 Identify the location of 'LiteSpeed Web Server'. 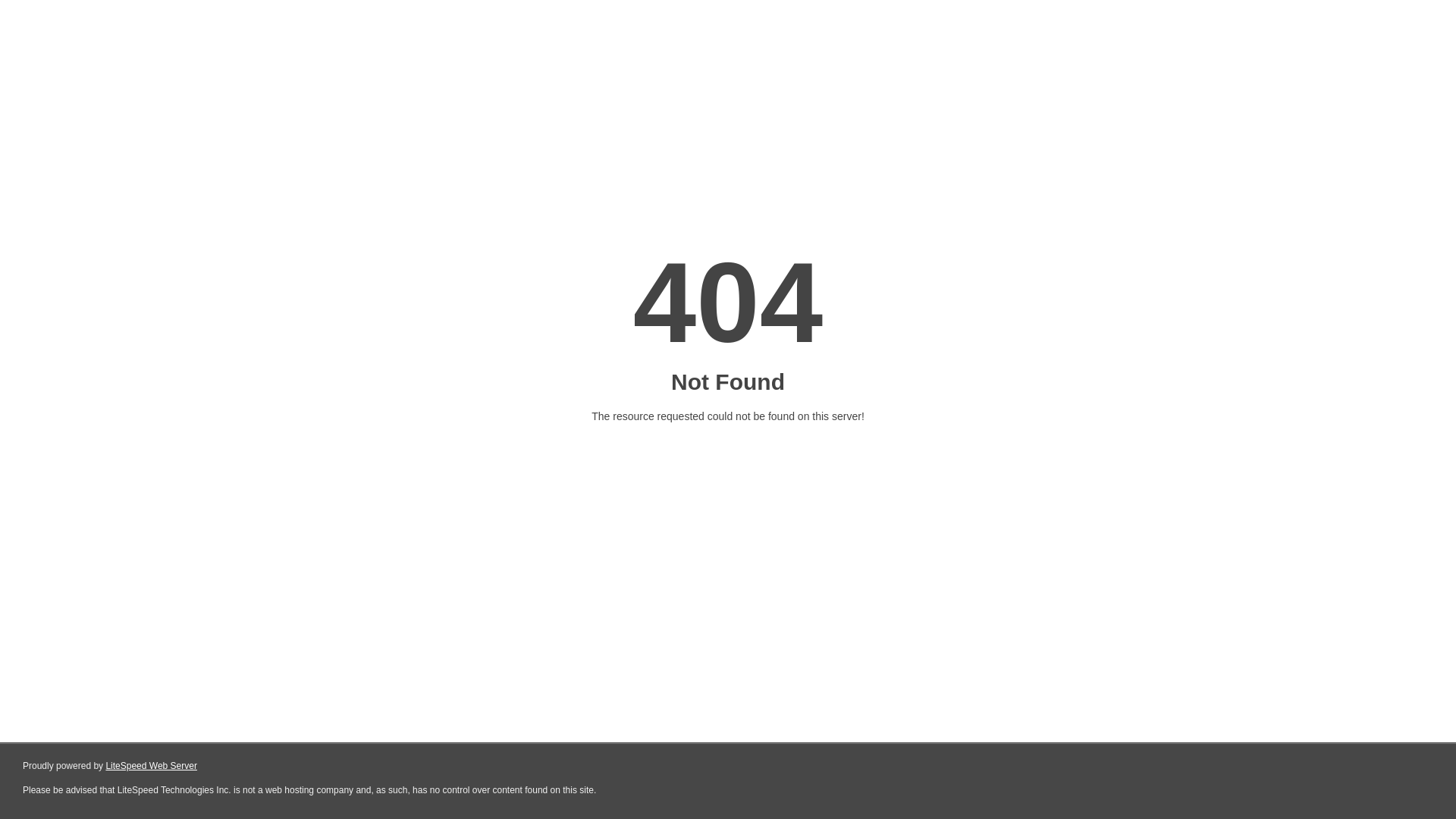
(151, 766).